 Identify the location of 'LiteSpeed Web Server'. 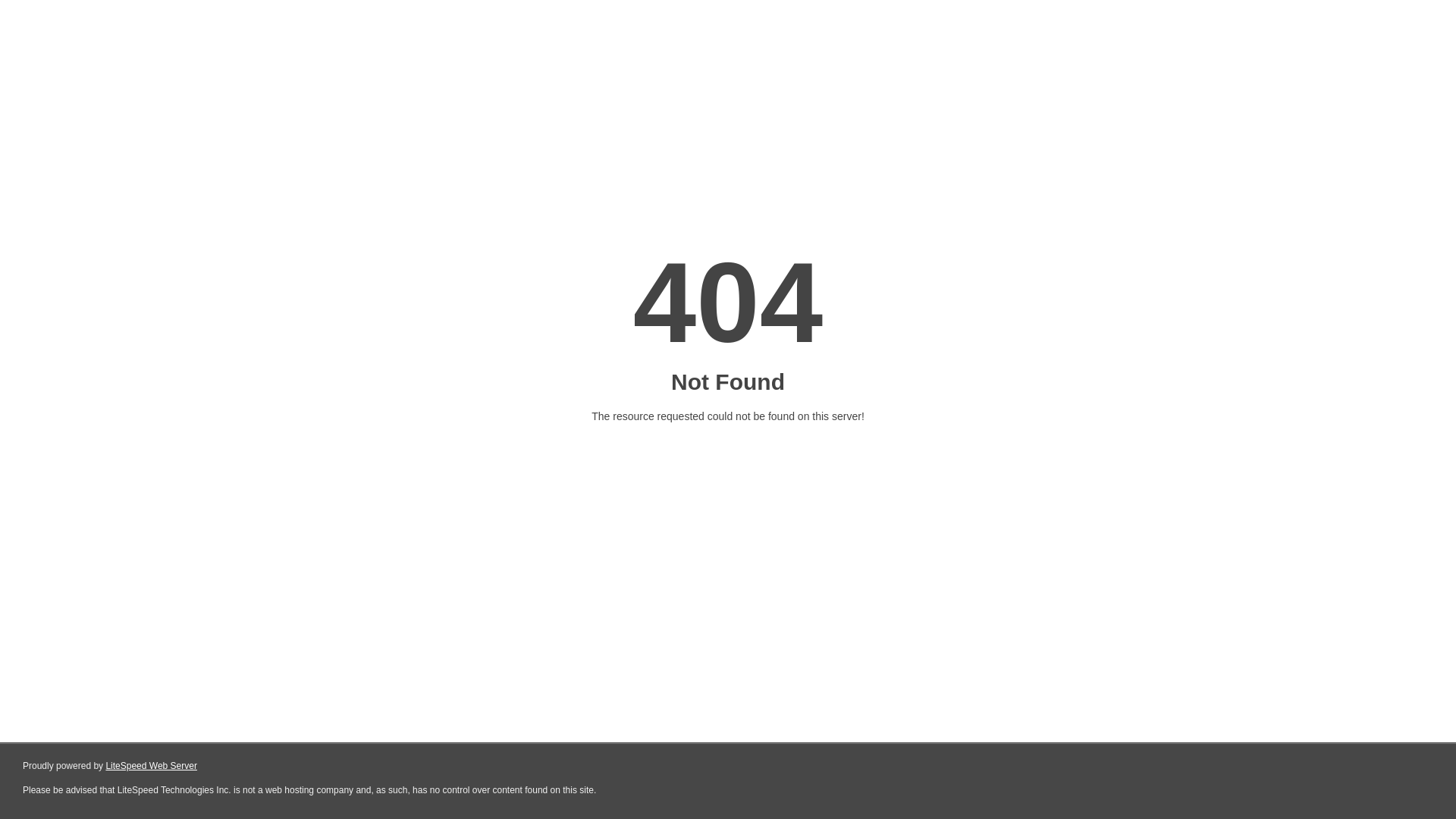
(151, 766).